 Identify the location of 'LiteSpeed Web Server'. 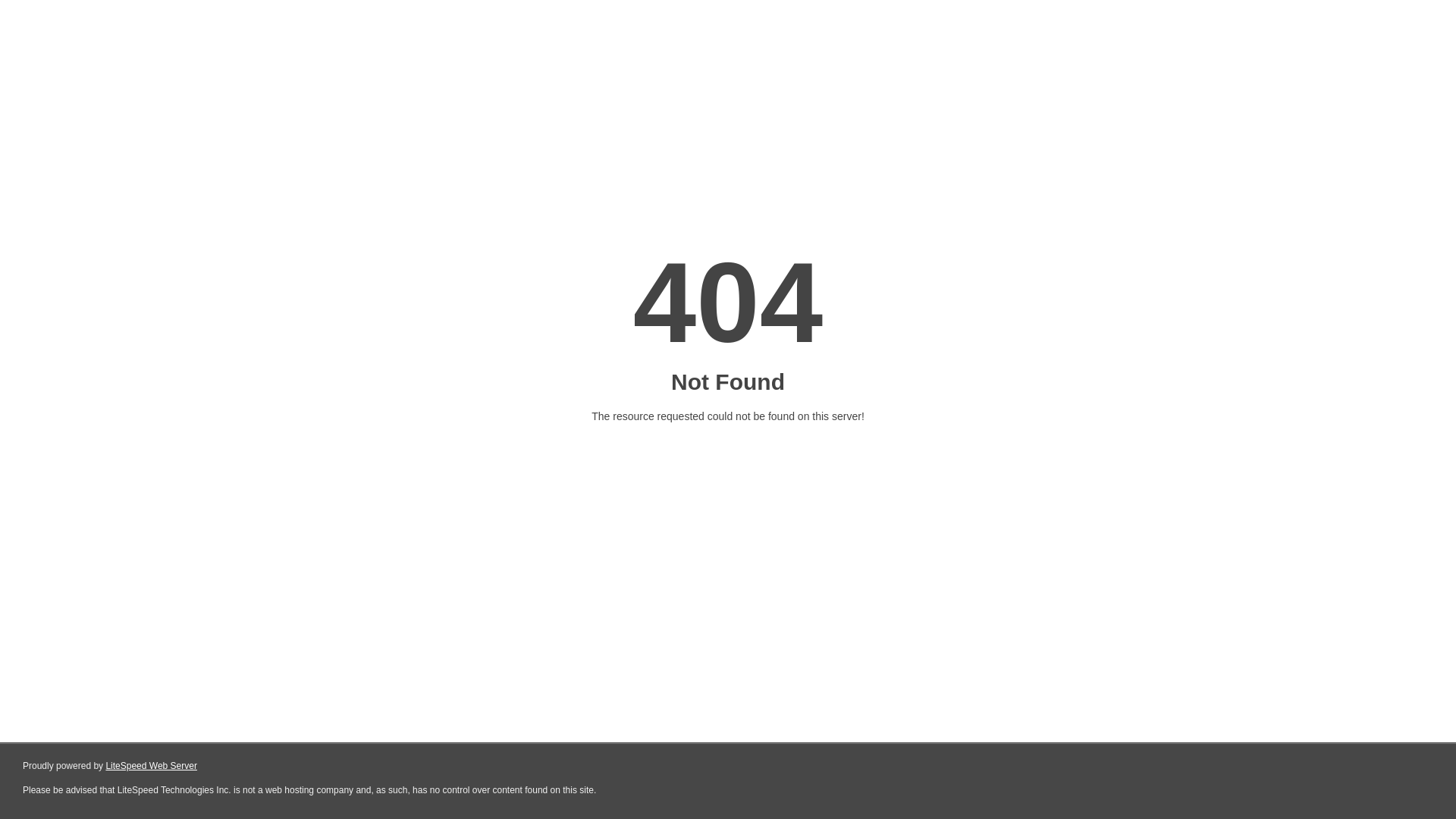
(151, 766).